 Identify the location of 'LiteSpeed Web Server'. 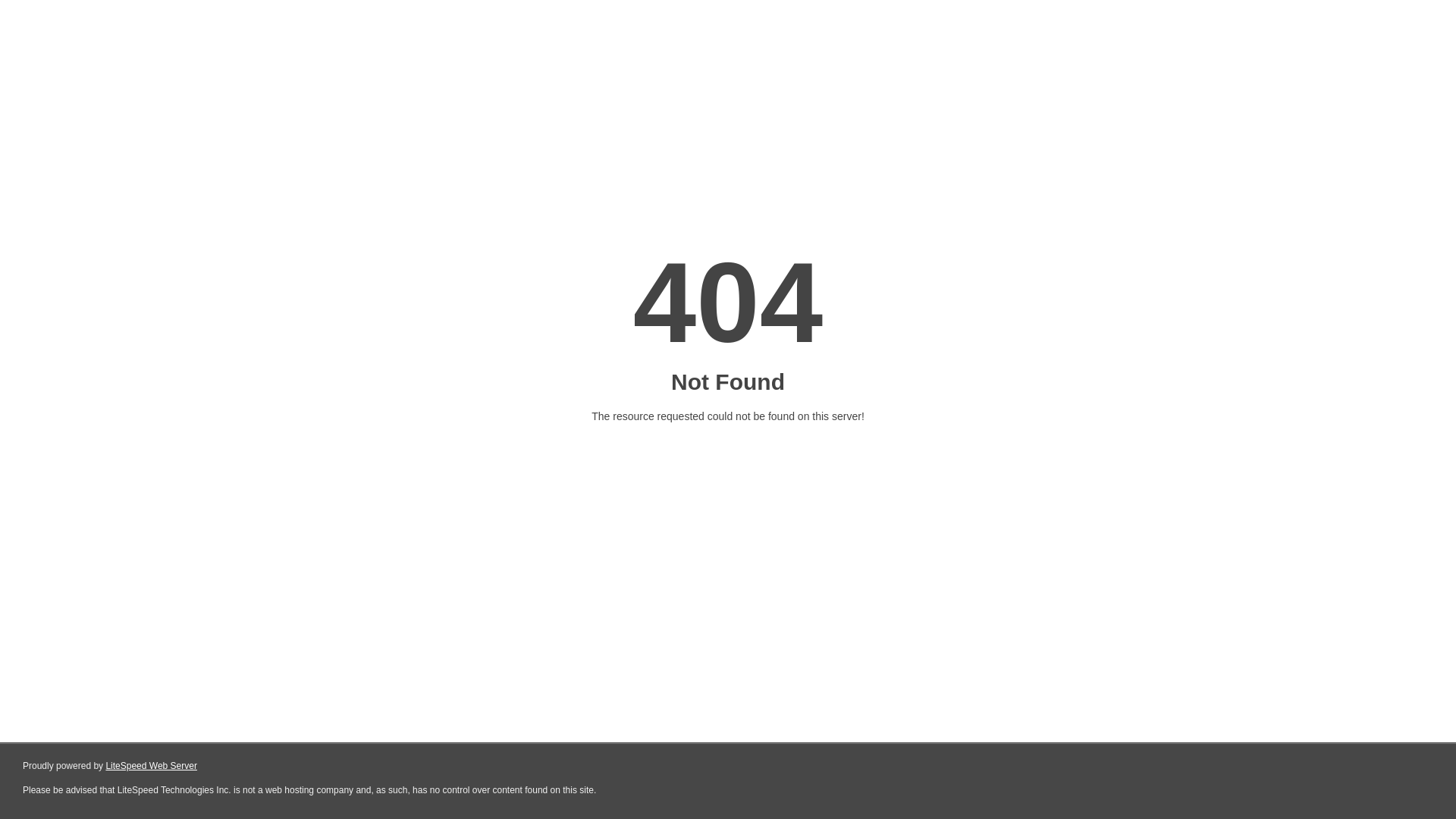
(151, 766).